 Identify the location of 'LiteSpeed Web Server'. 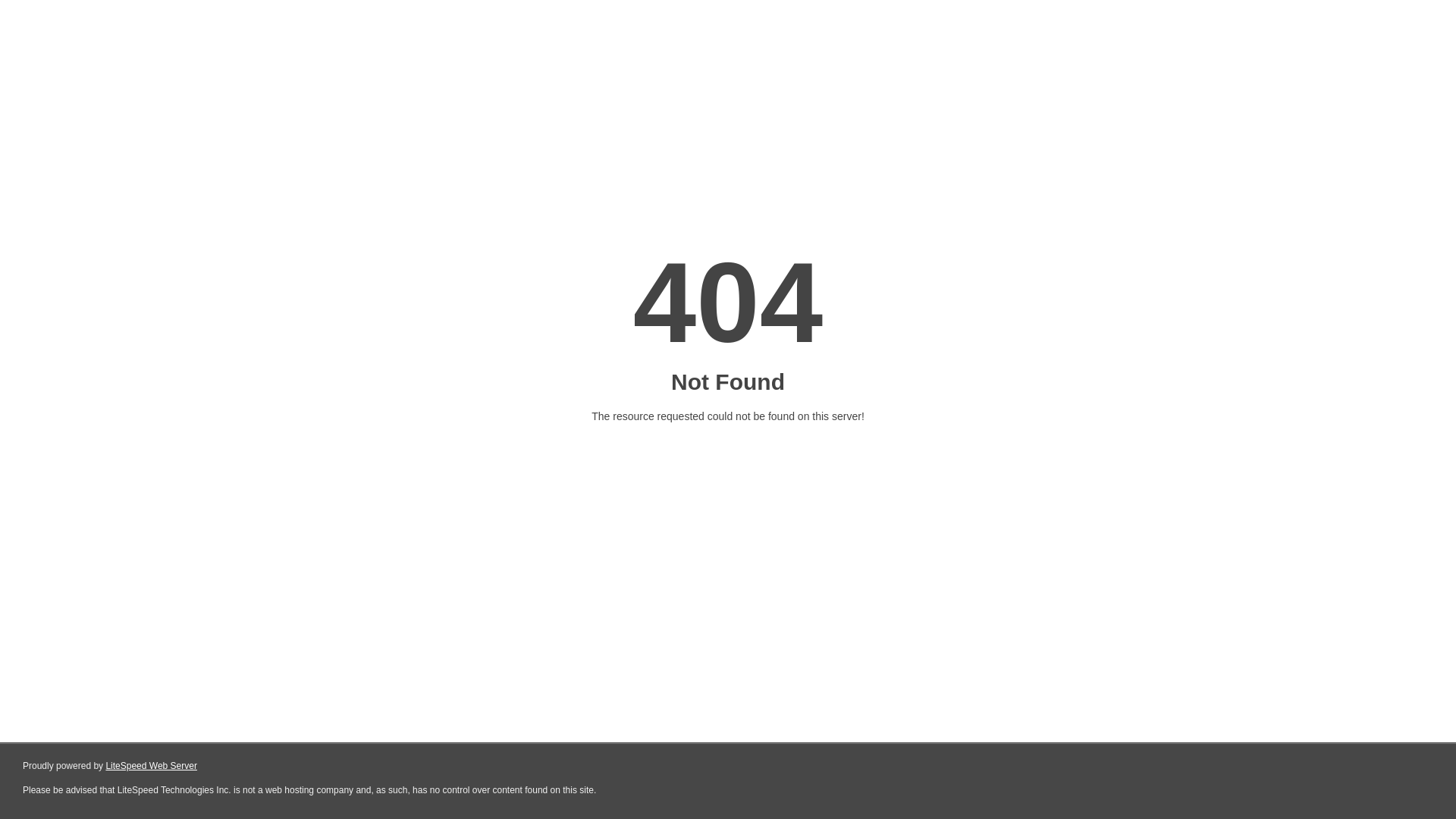
(151, 766).